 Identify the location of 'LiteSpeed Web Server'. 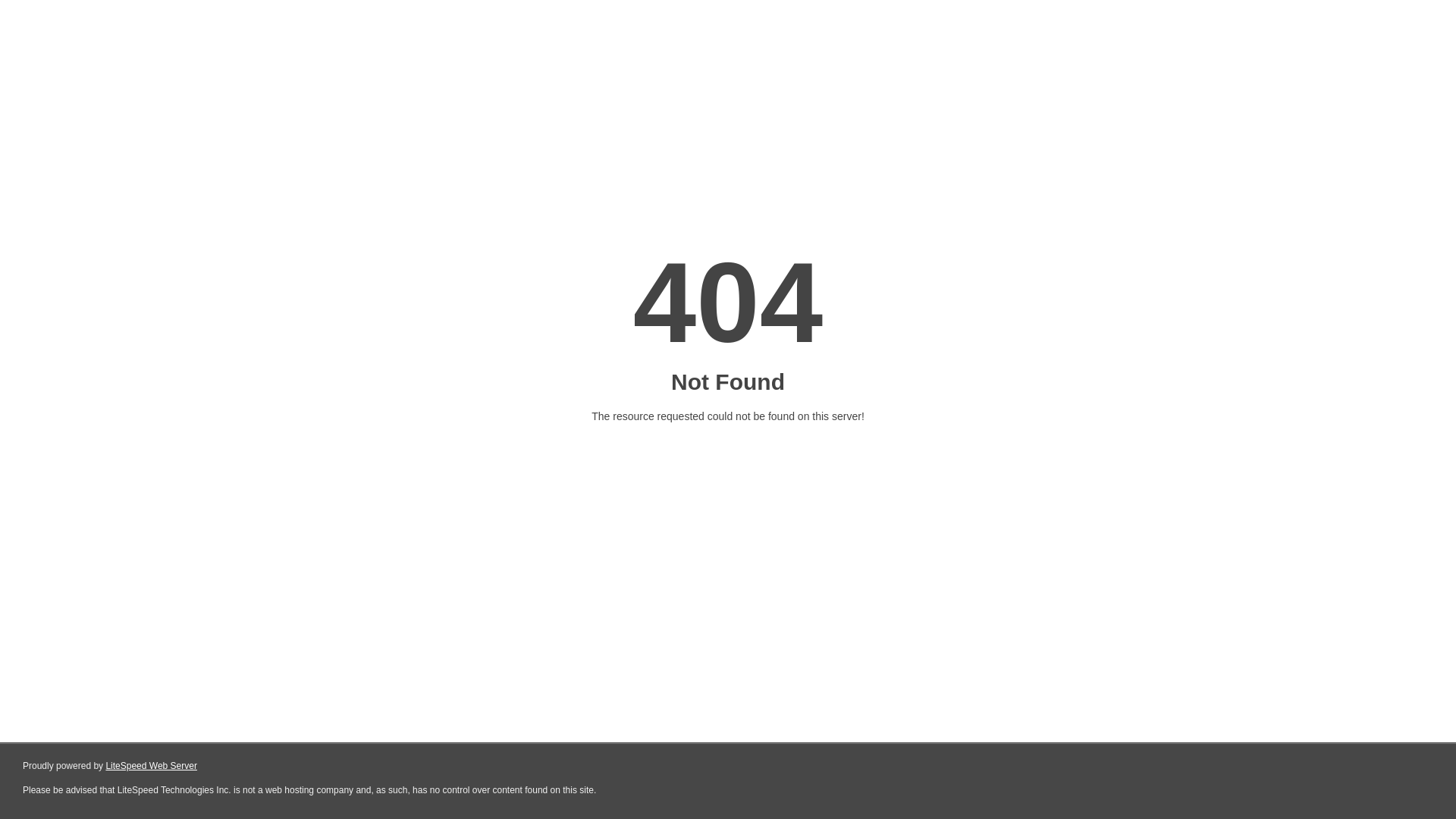
(151, 766).